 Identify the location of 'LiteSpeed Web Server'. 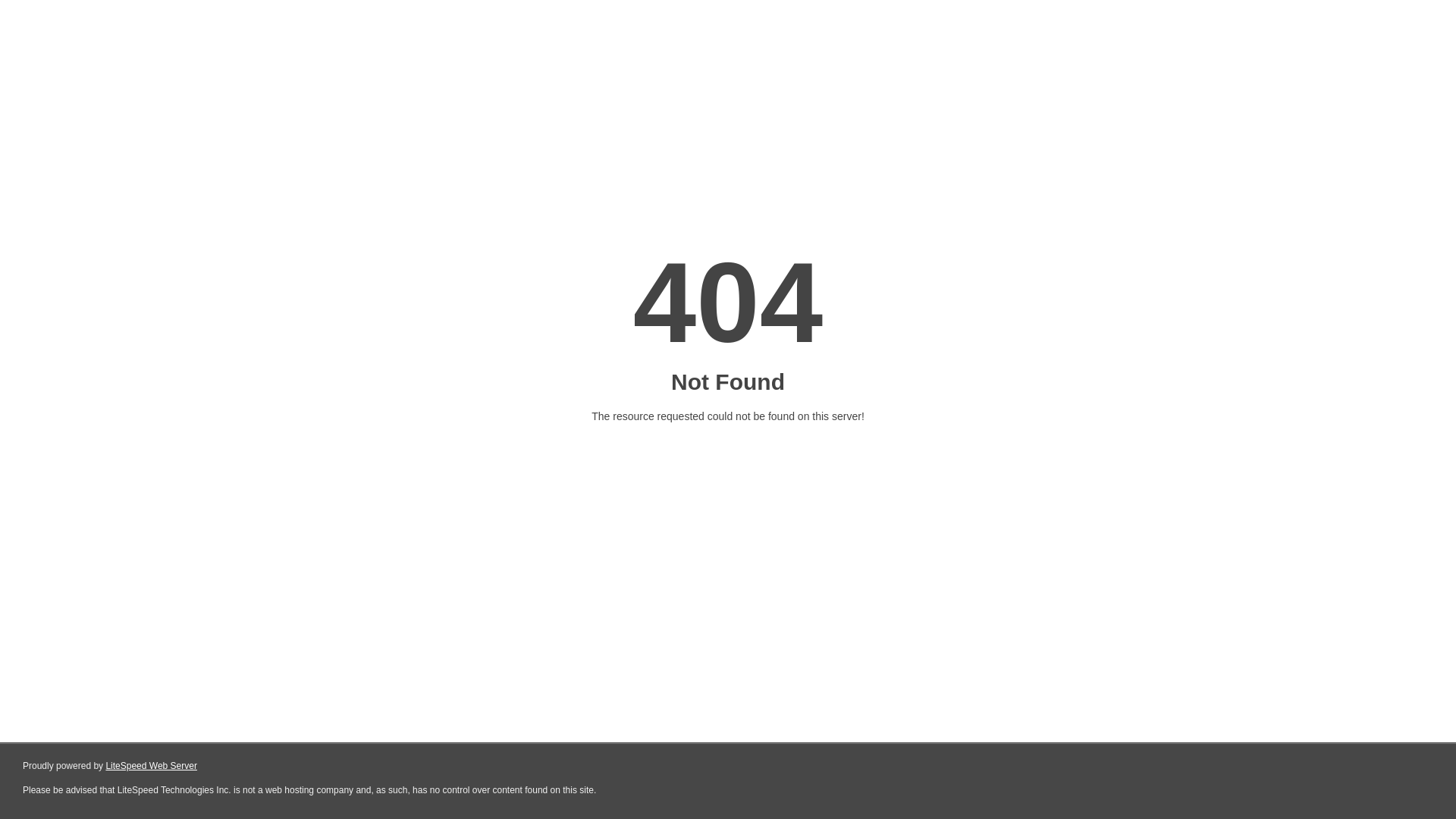
(151, 766).